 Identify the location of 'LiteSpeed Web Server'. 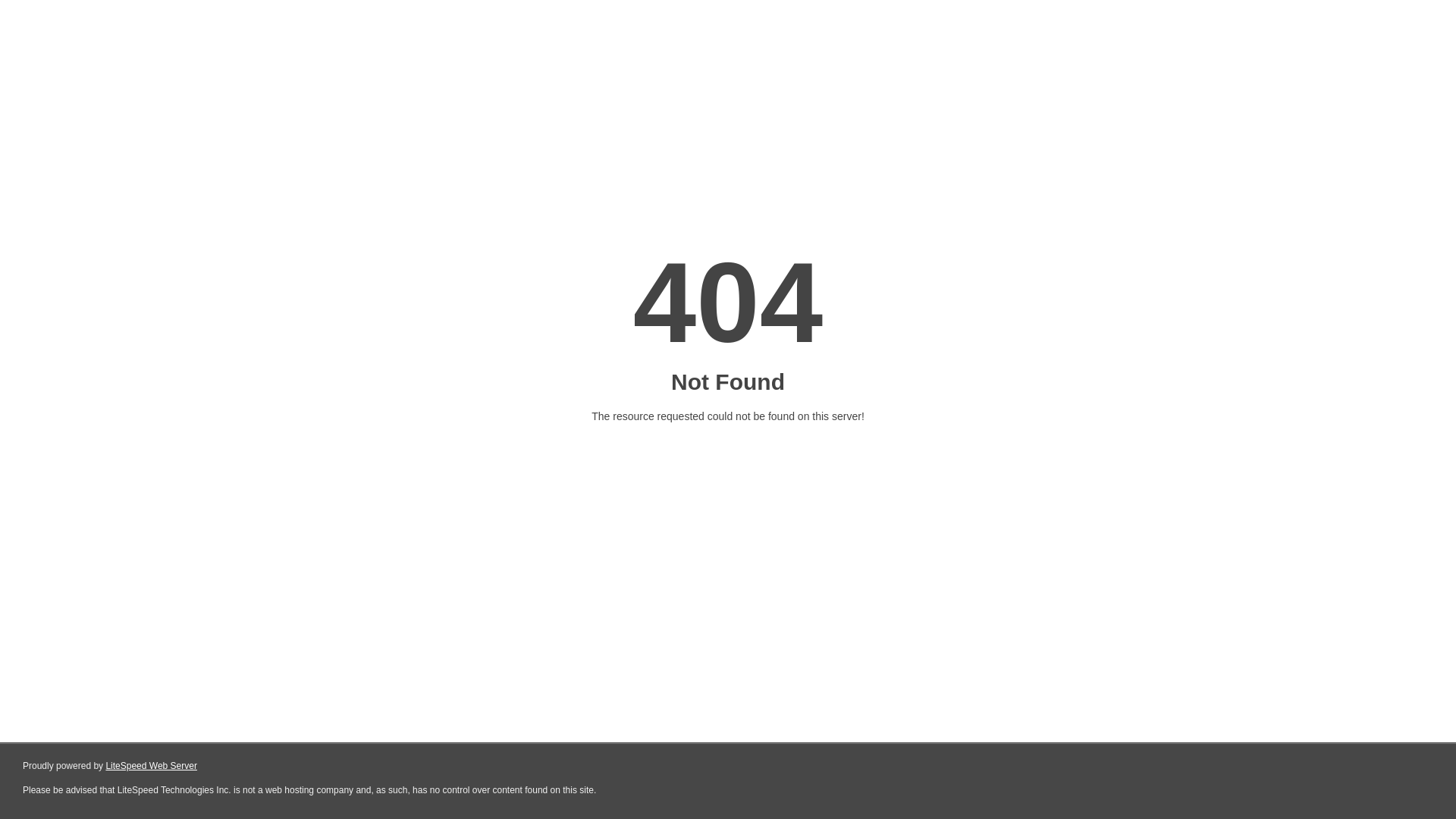
(151, 766).